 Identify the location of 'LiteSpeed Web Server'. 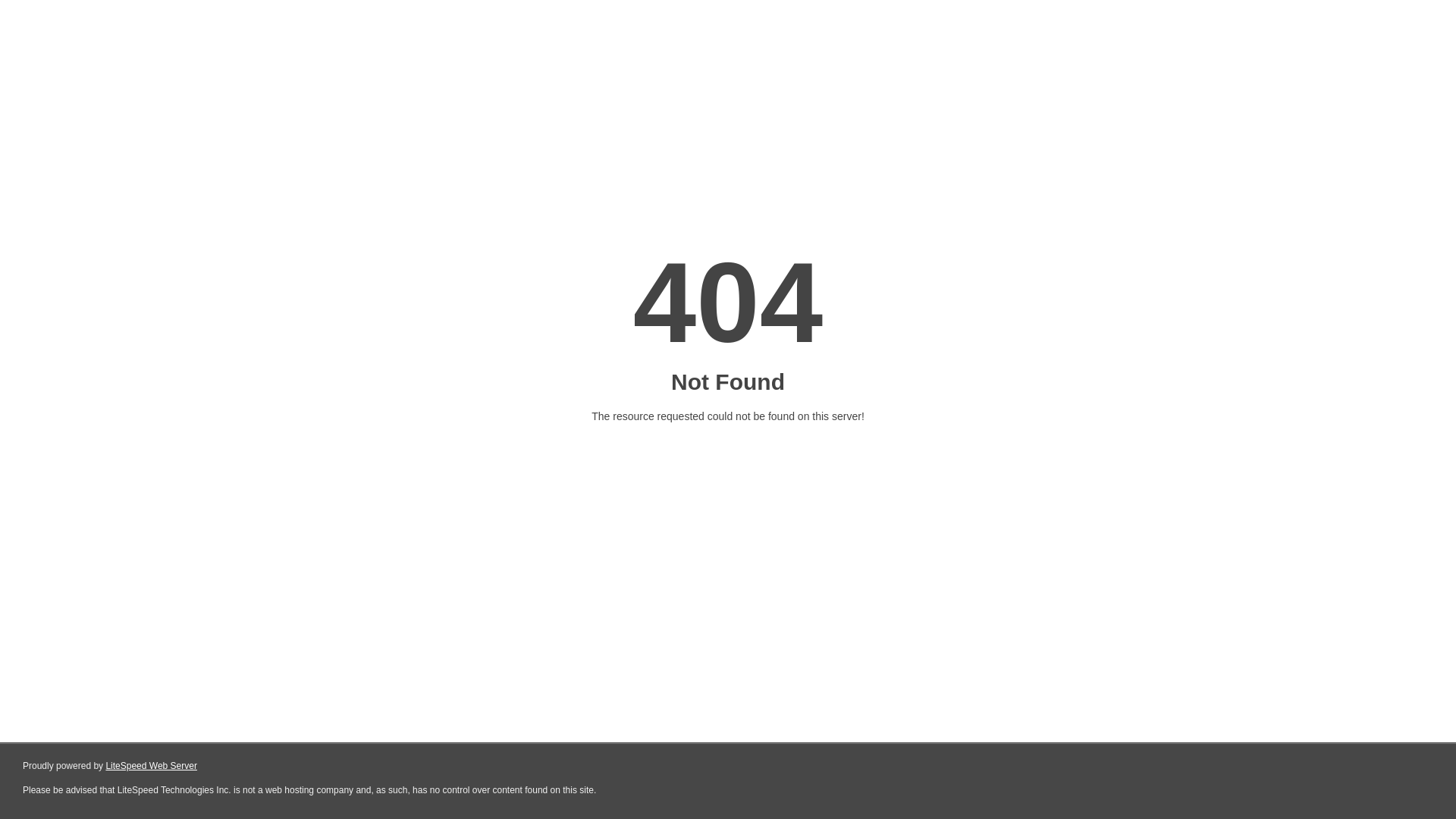
(151, 766).